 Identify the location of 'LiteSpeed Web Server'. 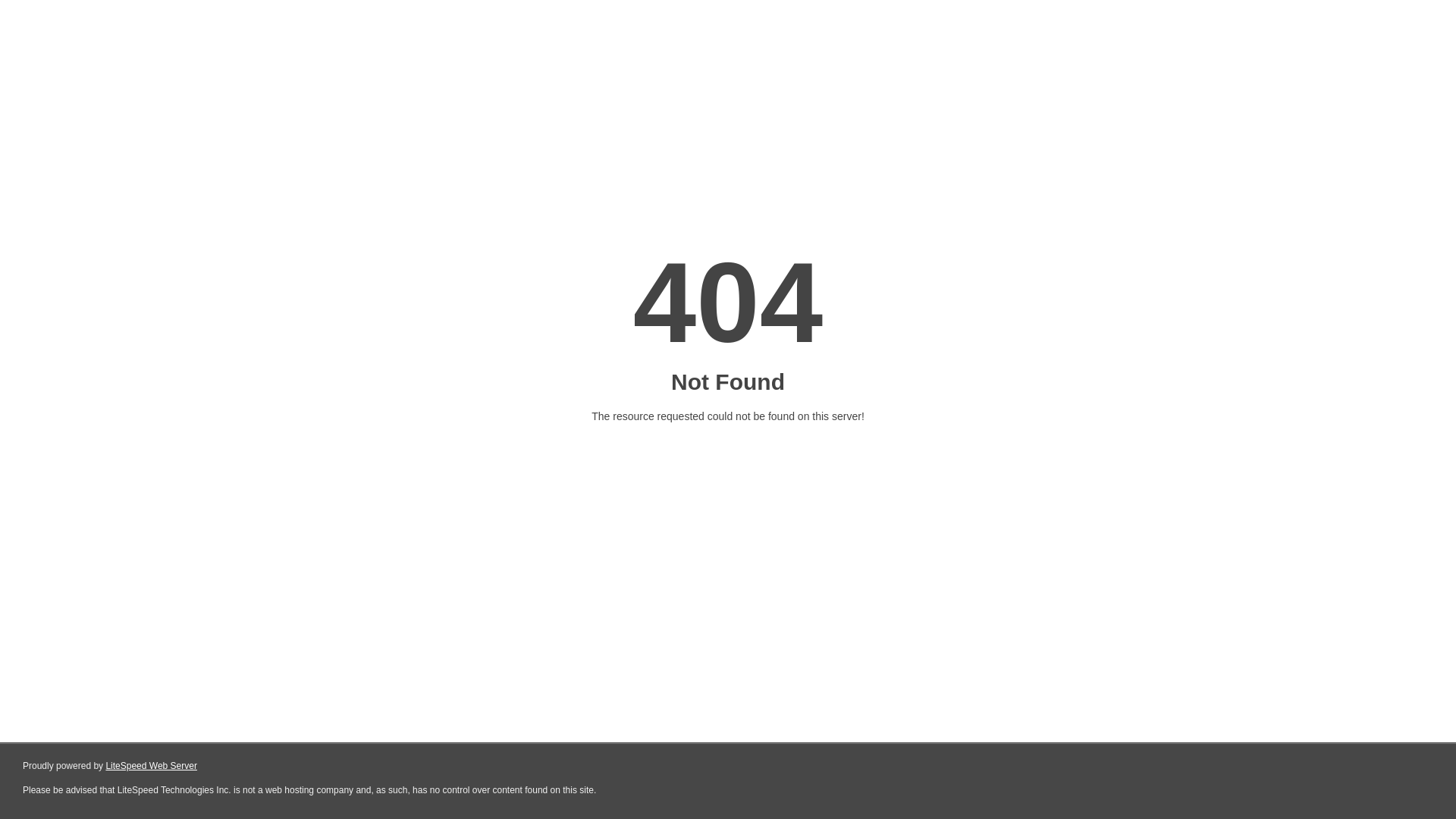
(151, 766).